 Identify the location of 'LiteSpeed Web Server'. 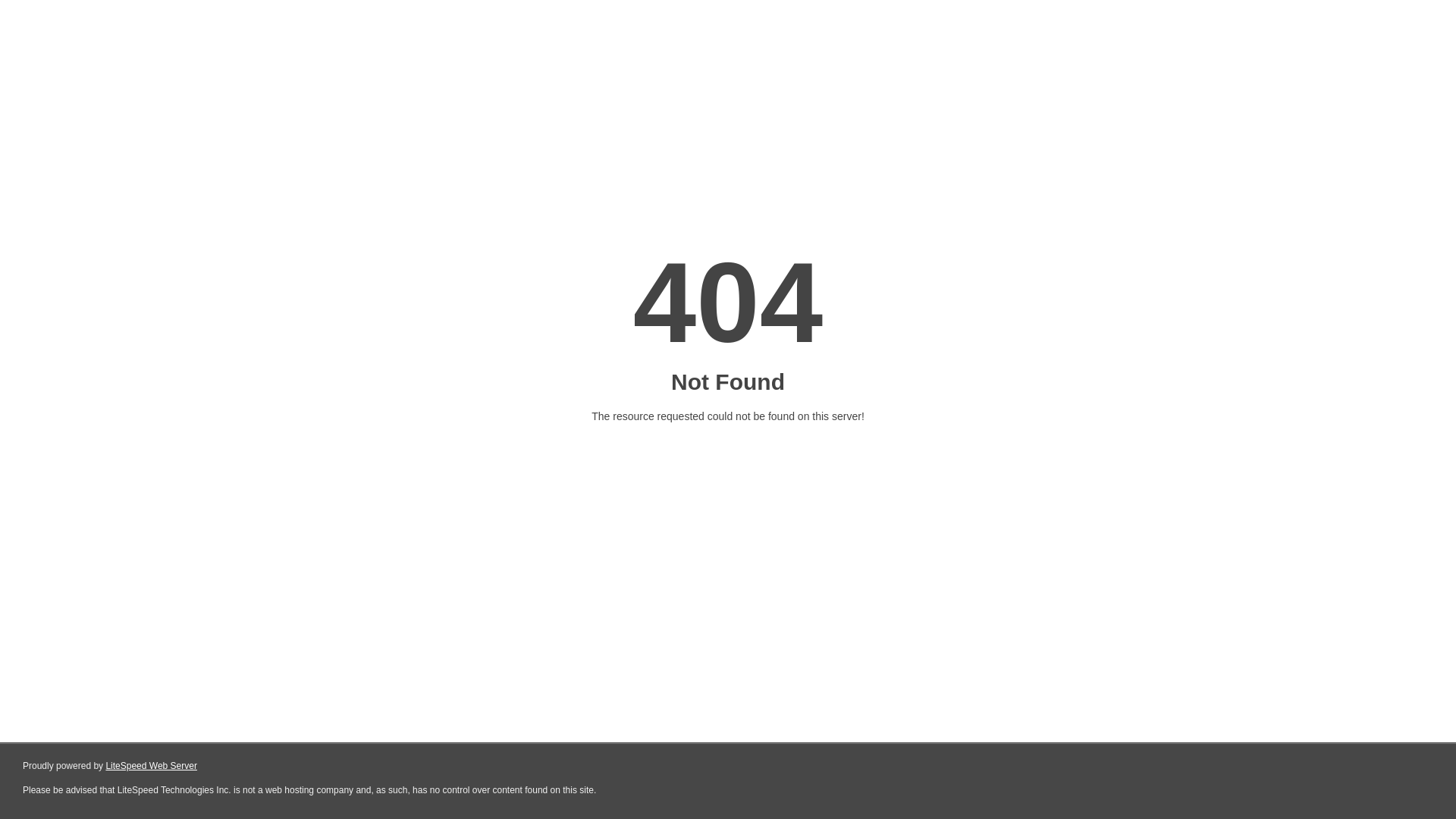
(151, 766).